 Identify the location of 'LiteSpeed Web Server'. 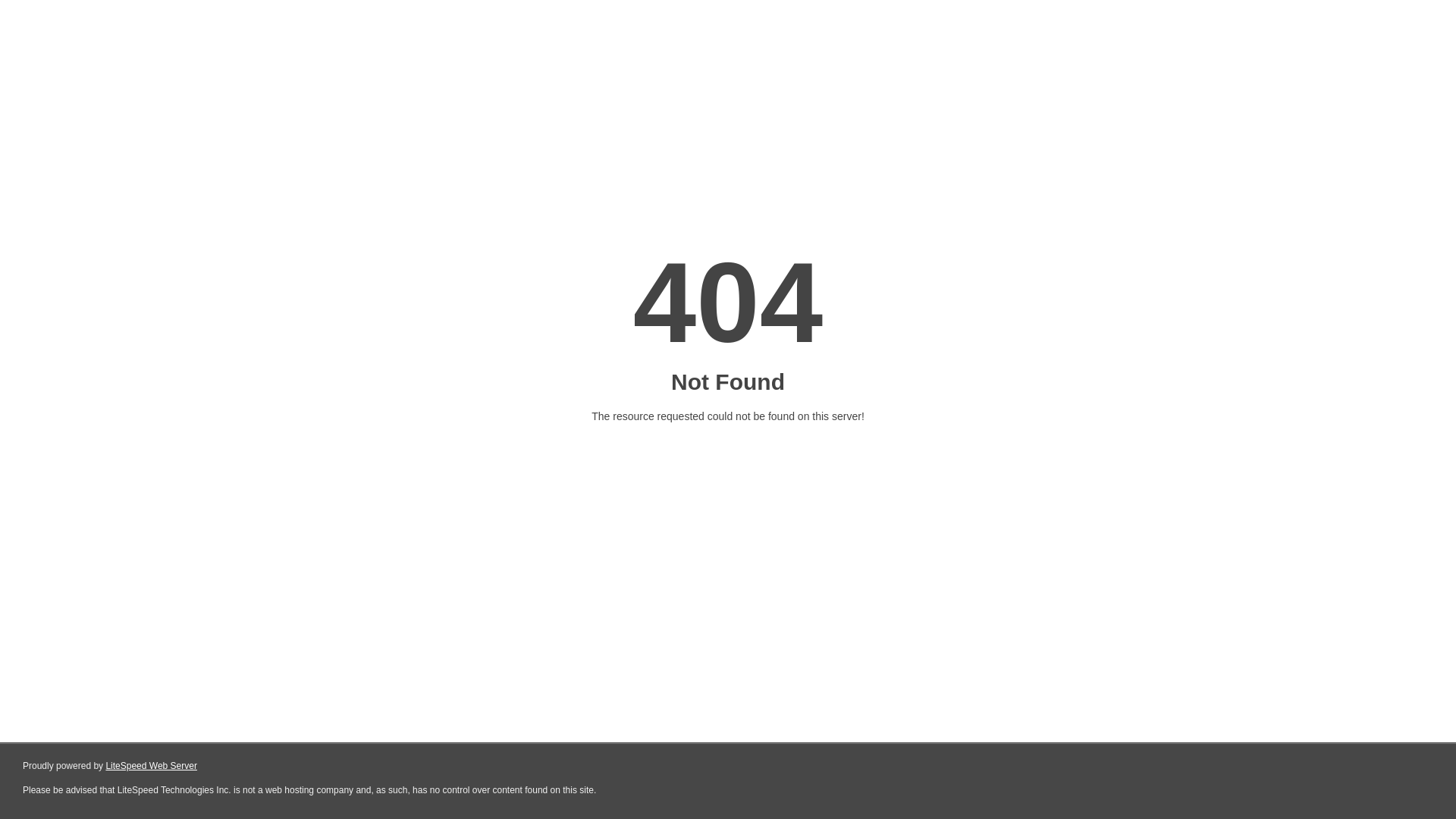
(151, 766).